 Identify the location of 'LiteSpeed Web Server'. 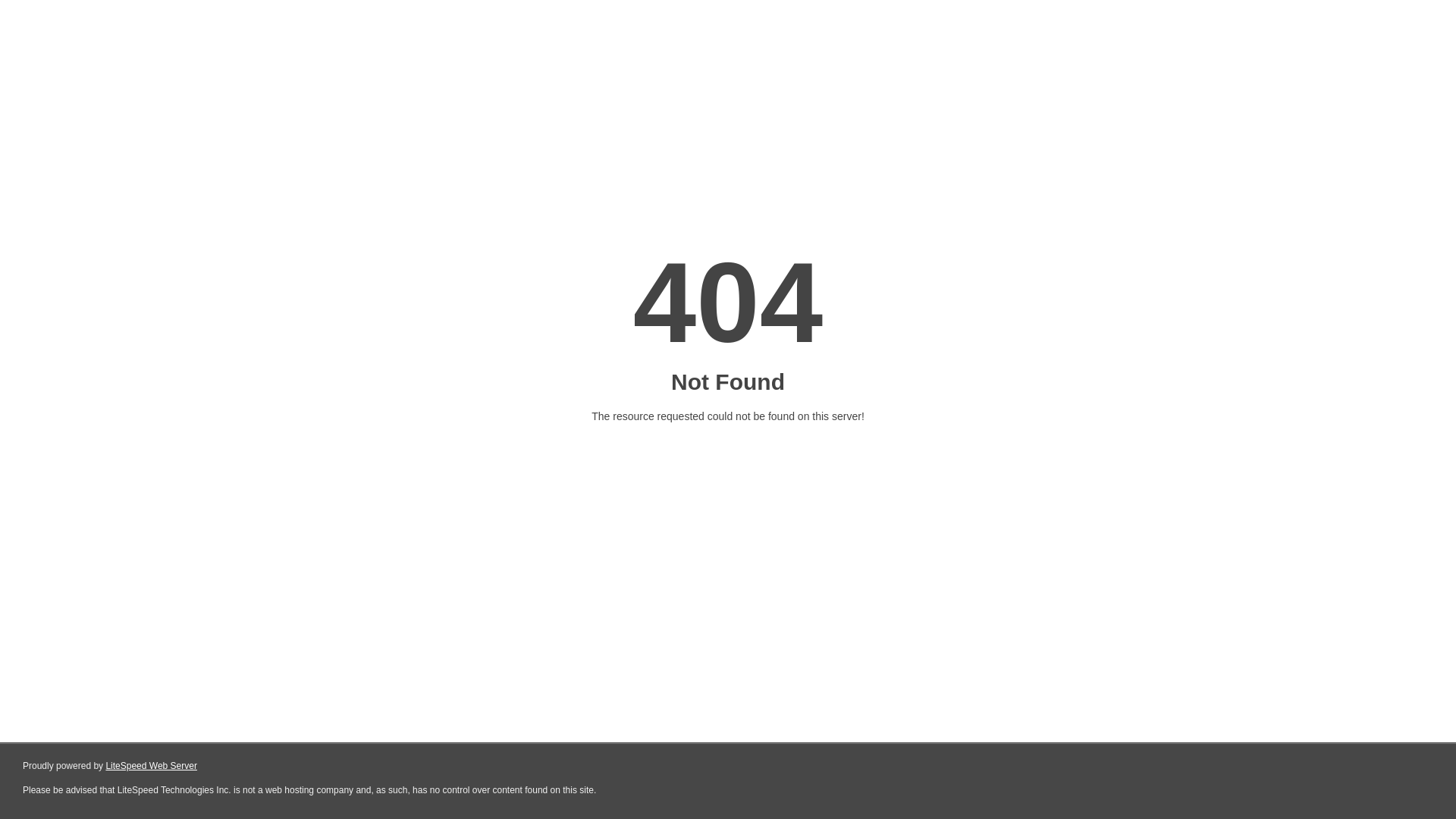
(151, 766).